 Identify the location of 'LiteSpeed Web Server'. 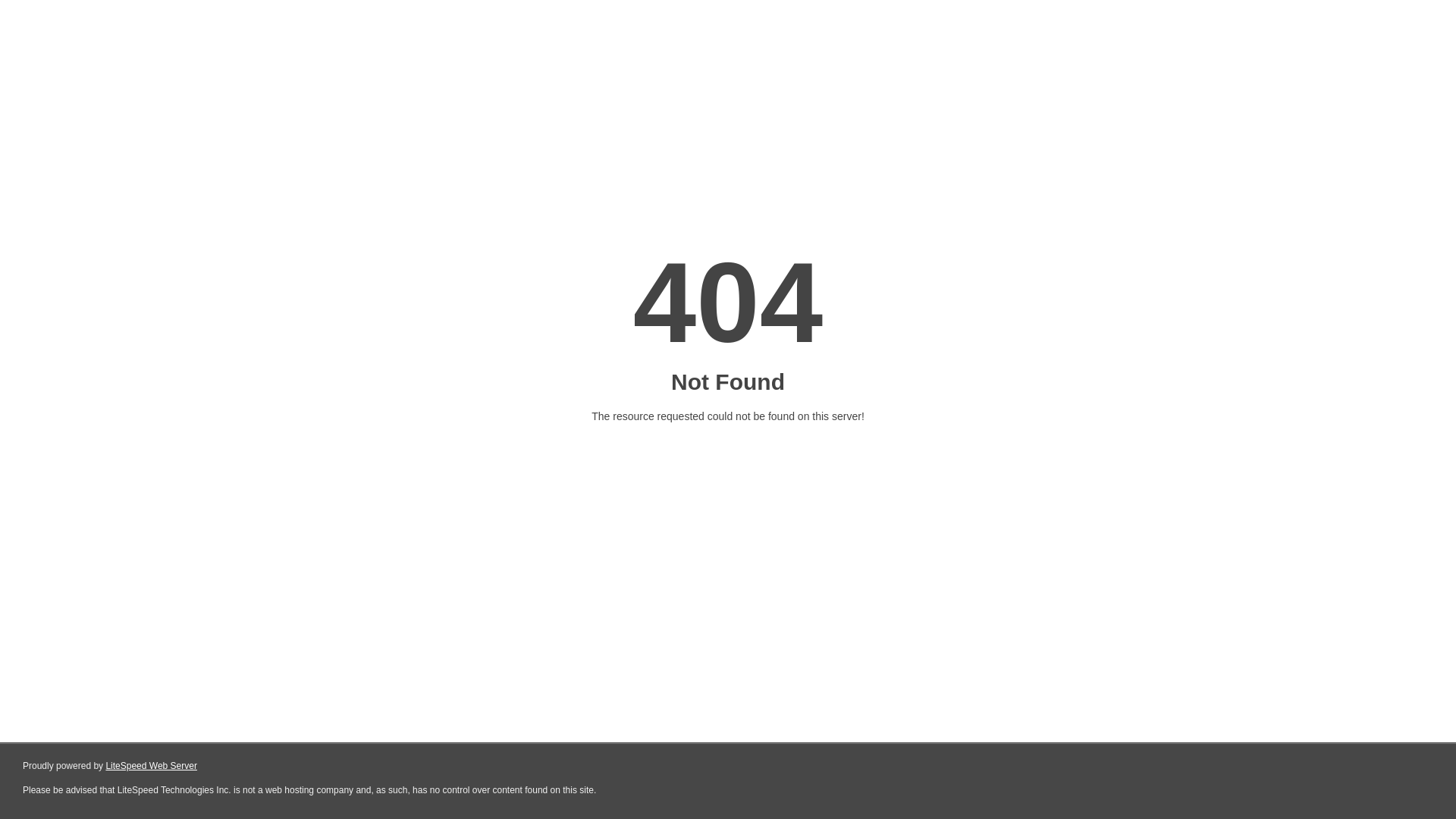
(151, 766).